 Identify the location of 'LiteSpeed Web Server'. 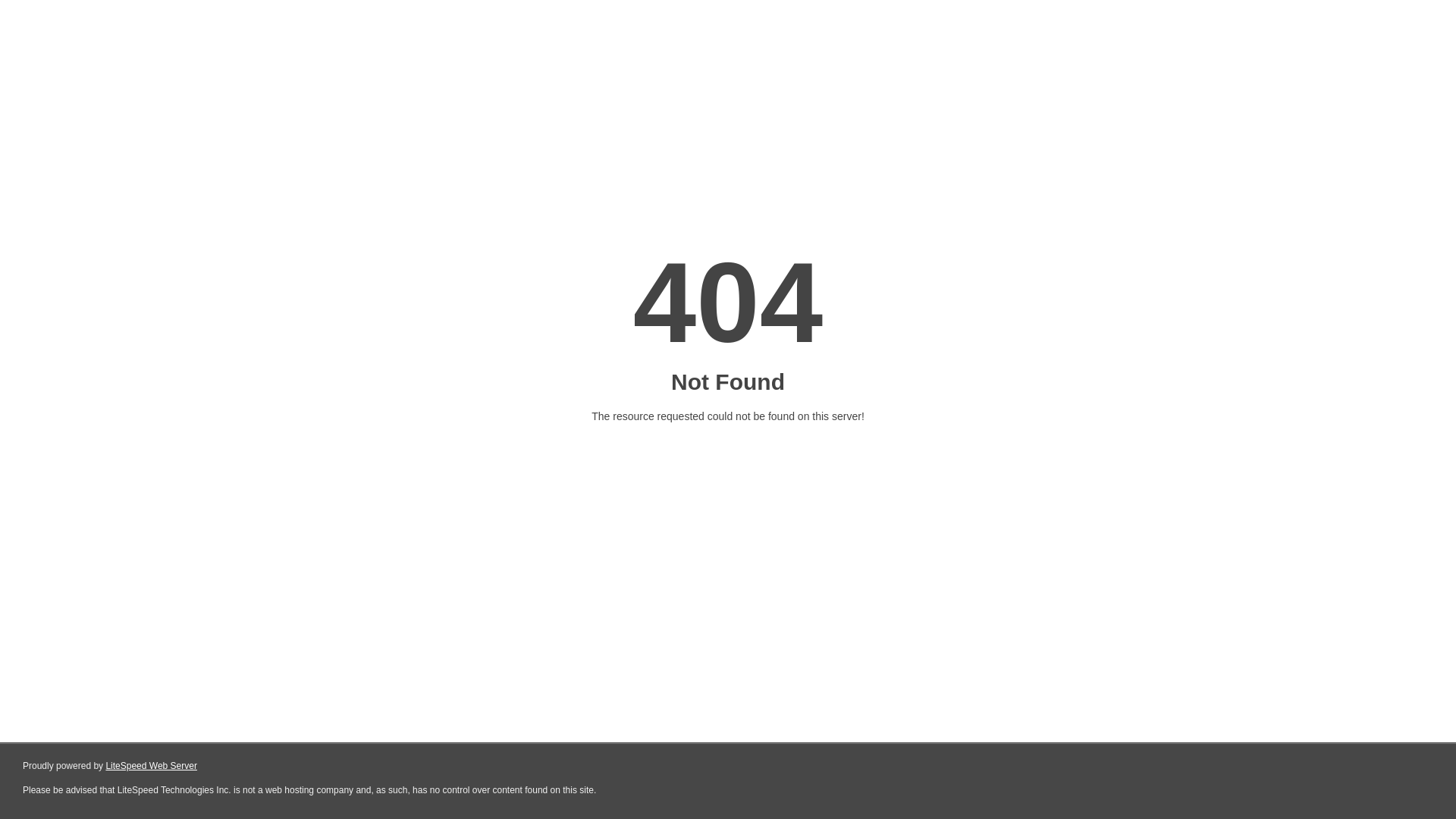
(151, 766).